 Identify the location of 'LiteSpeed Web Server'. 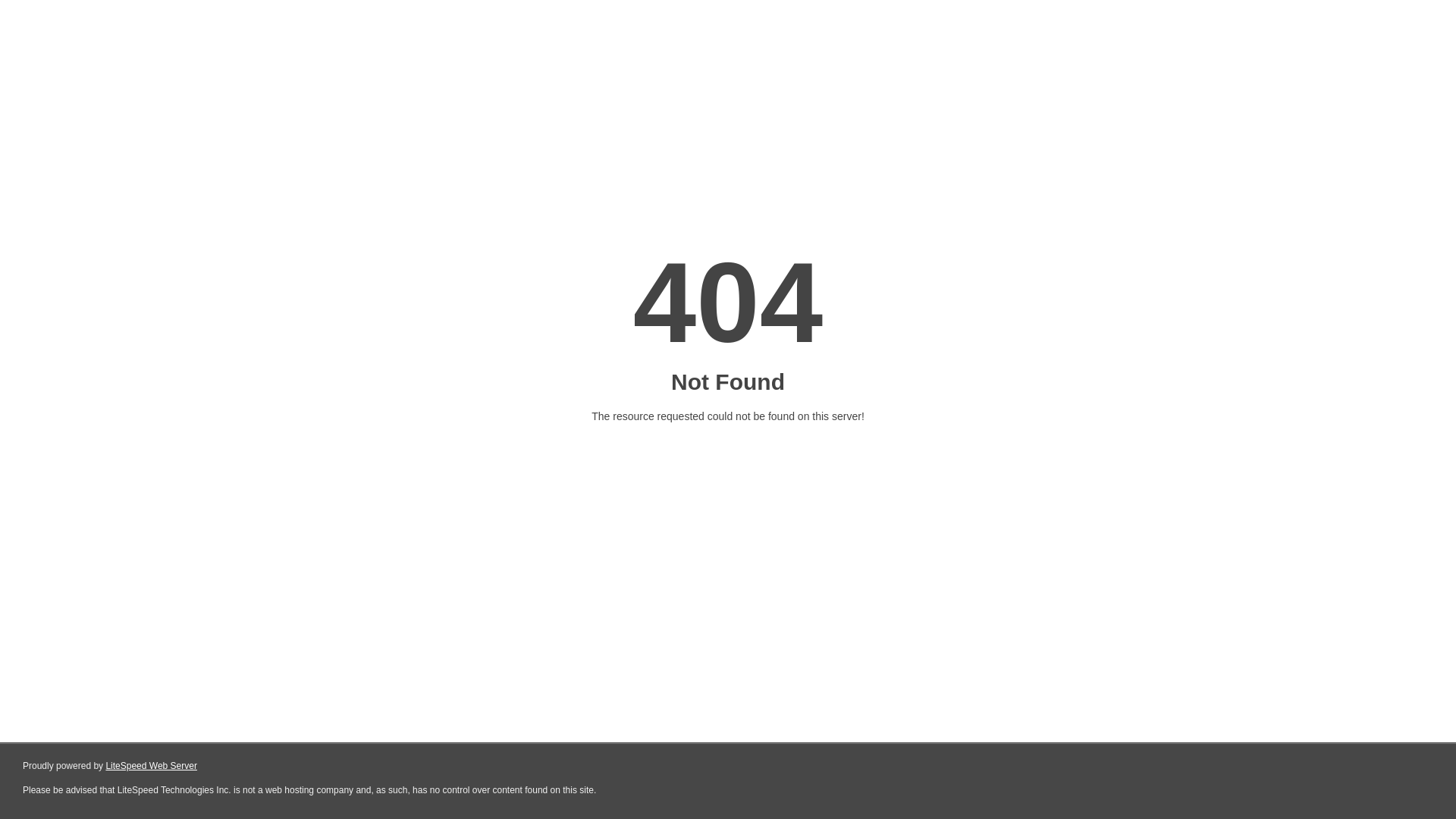
(151, 766).